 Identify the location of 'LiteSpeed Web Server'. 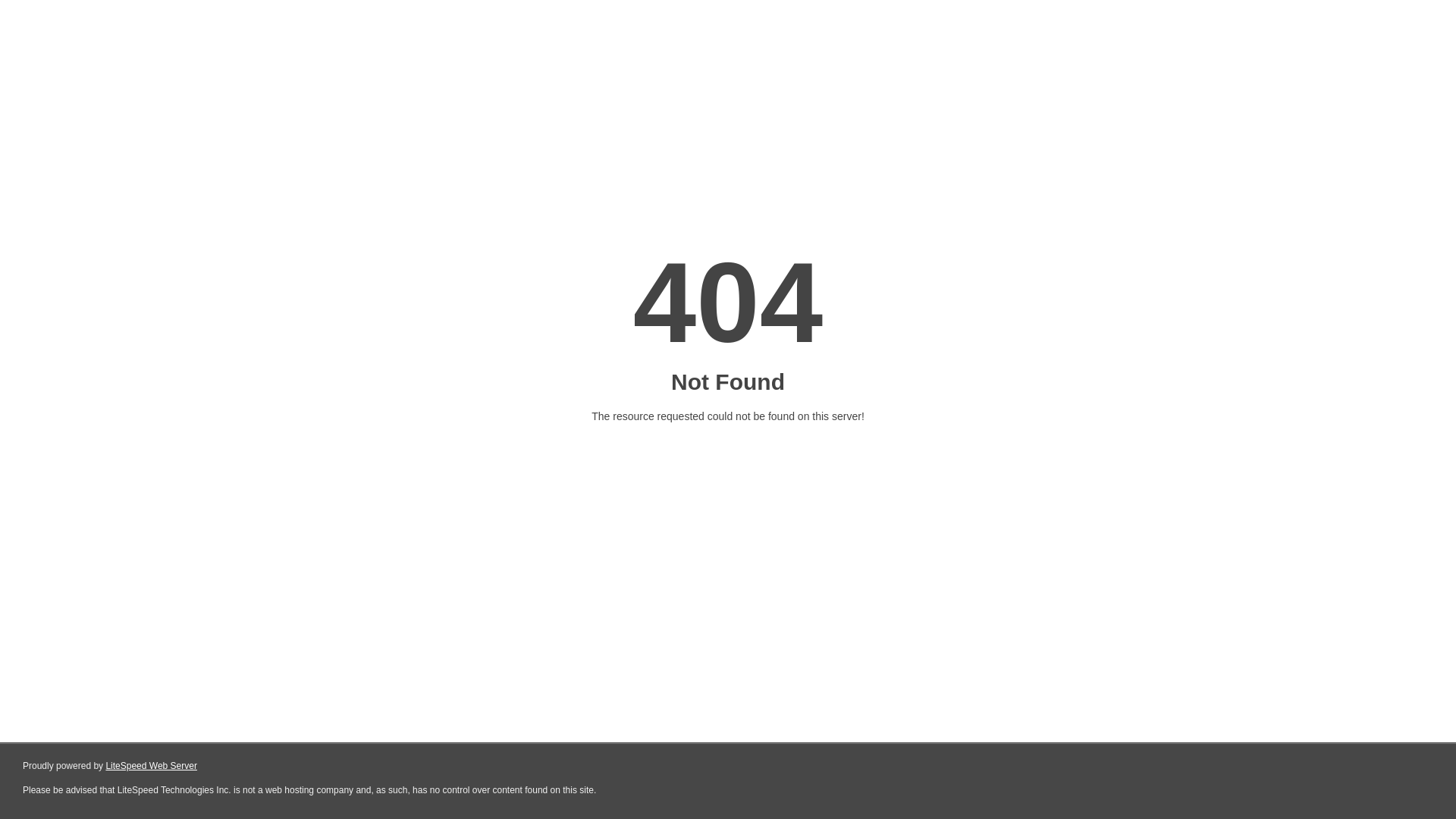
(151, 766).